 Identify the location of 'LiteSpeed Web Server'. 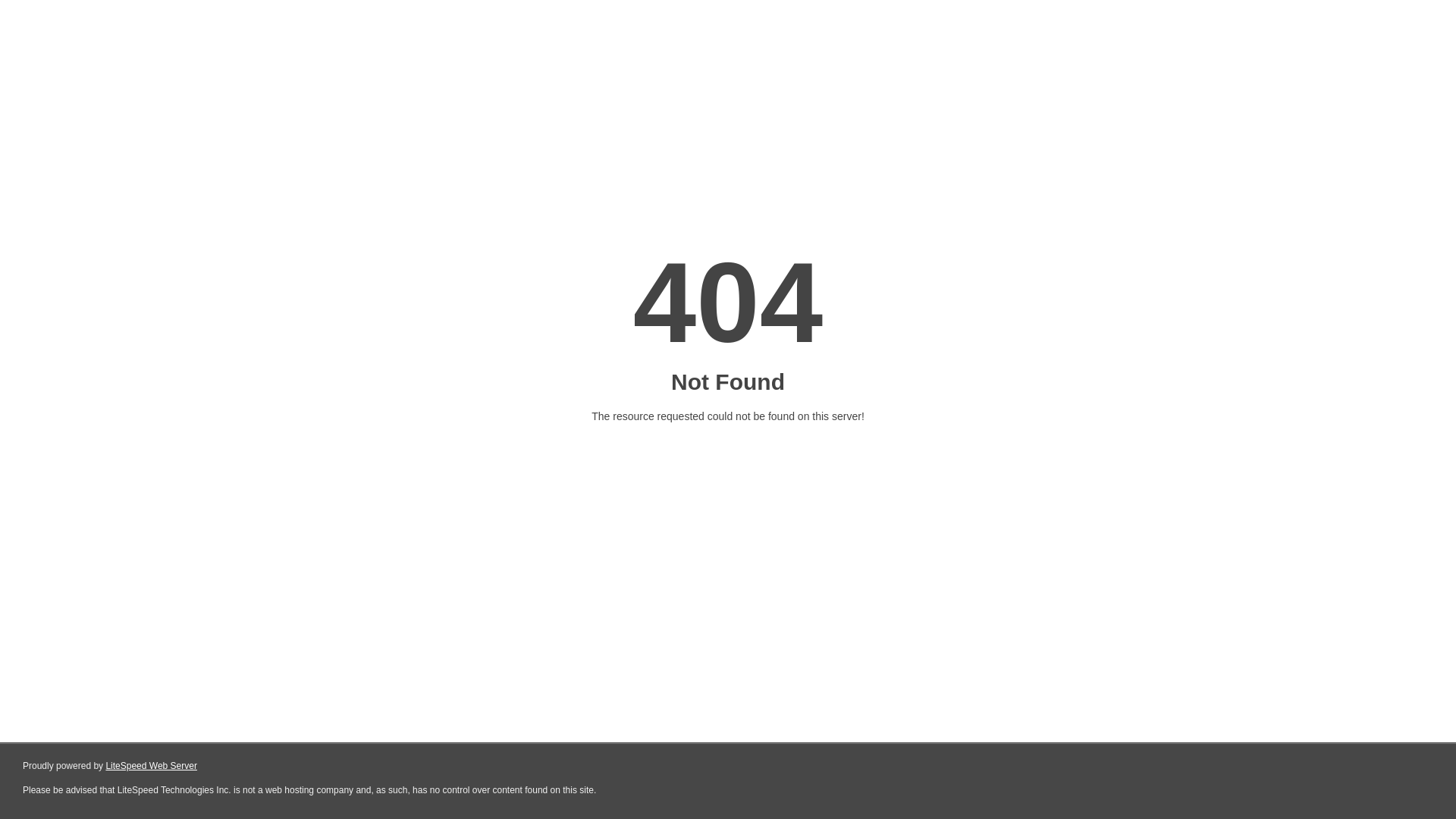
(151, 766).